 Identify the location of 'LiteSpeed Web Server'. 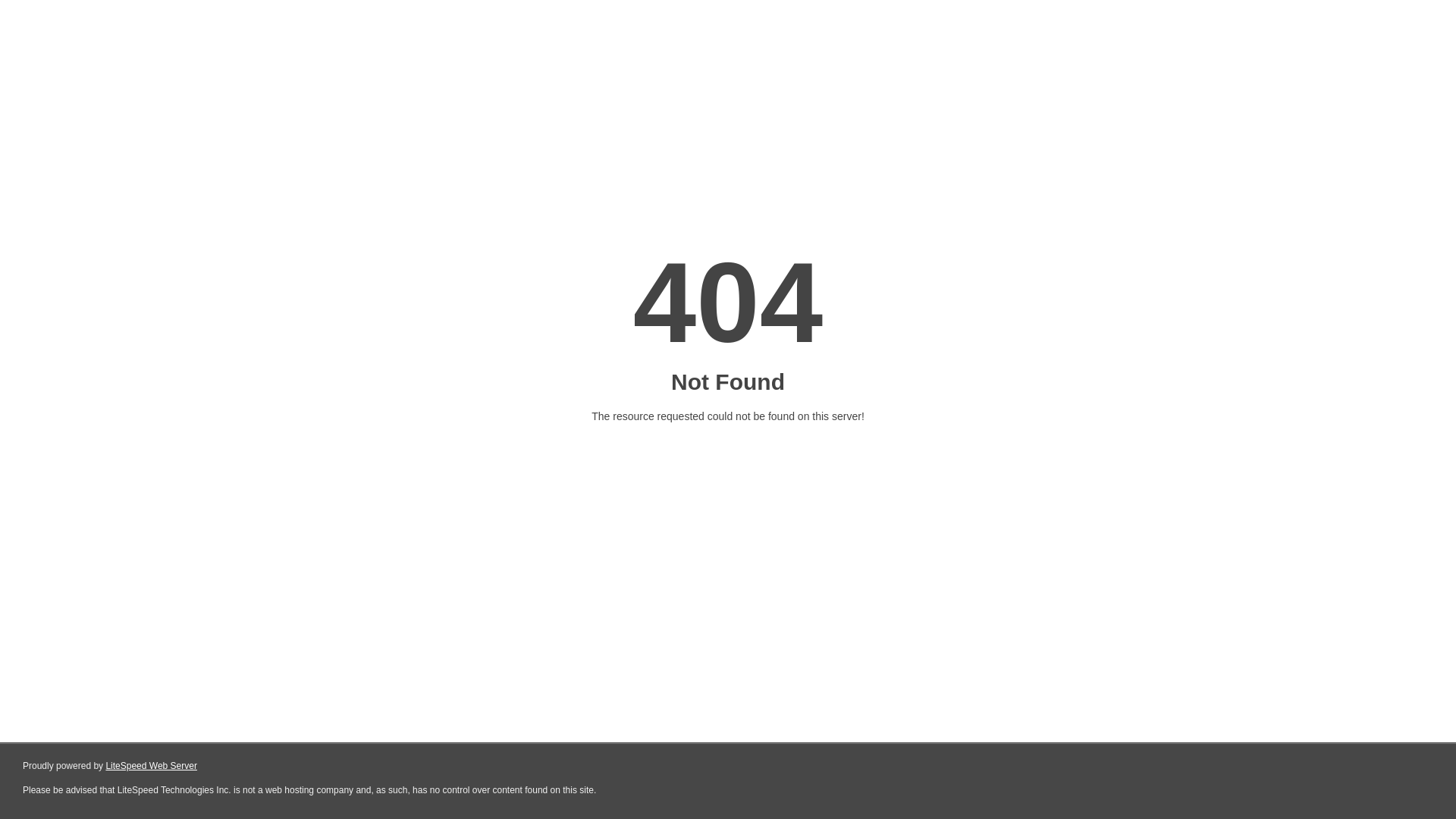
(151, 766).